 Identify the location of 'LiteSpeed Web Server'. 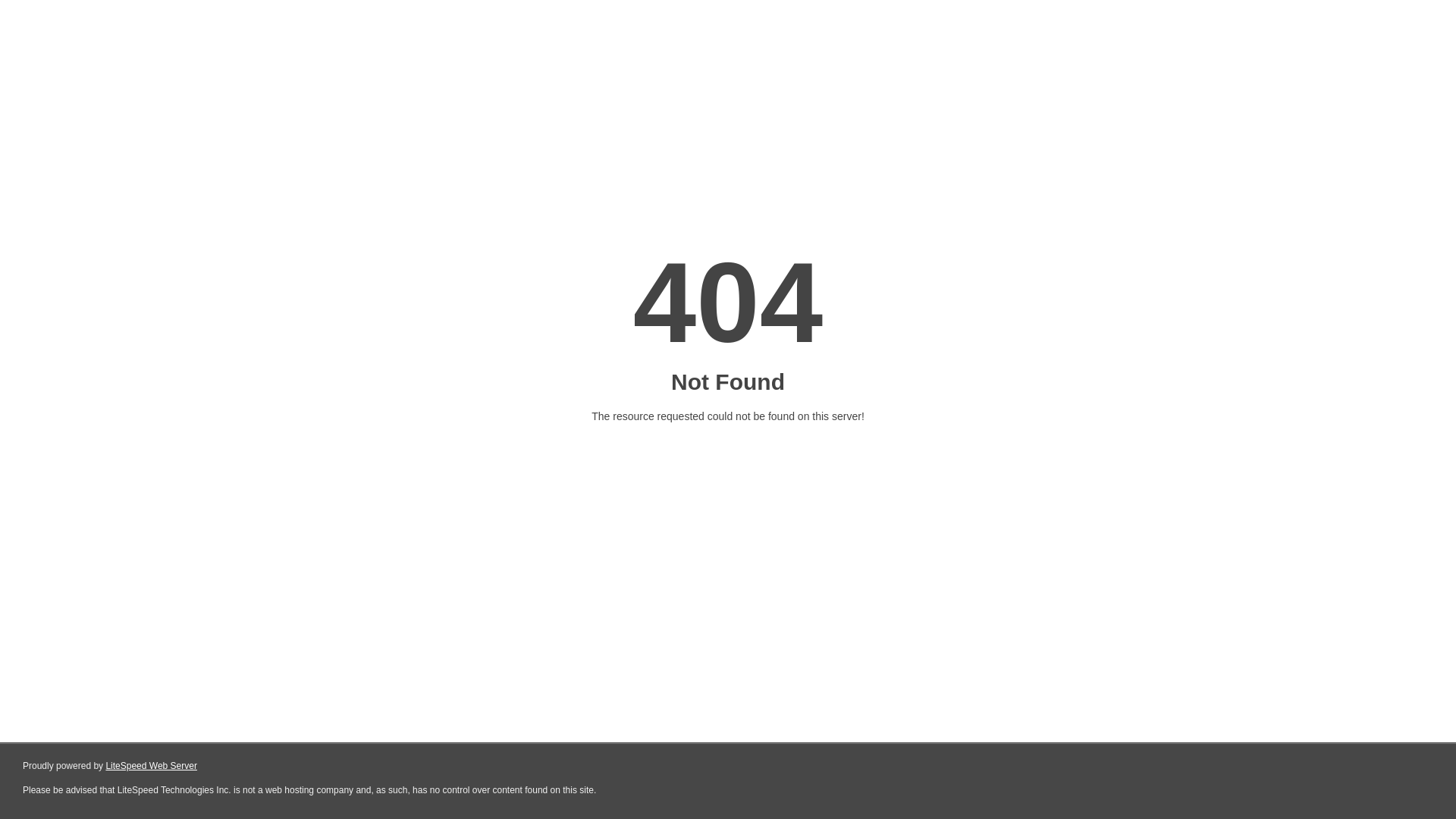
(151, 766).